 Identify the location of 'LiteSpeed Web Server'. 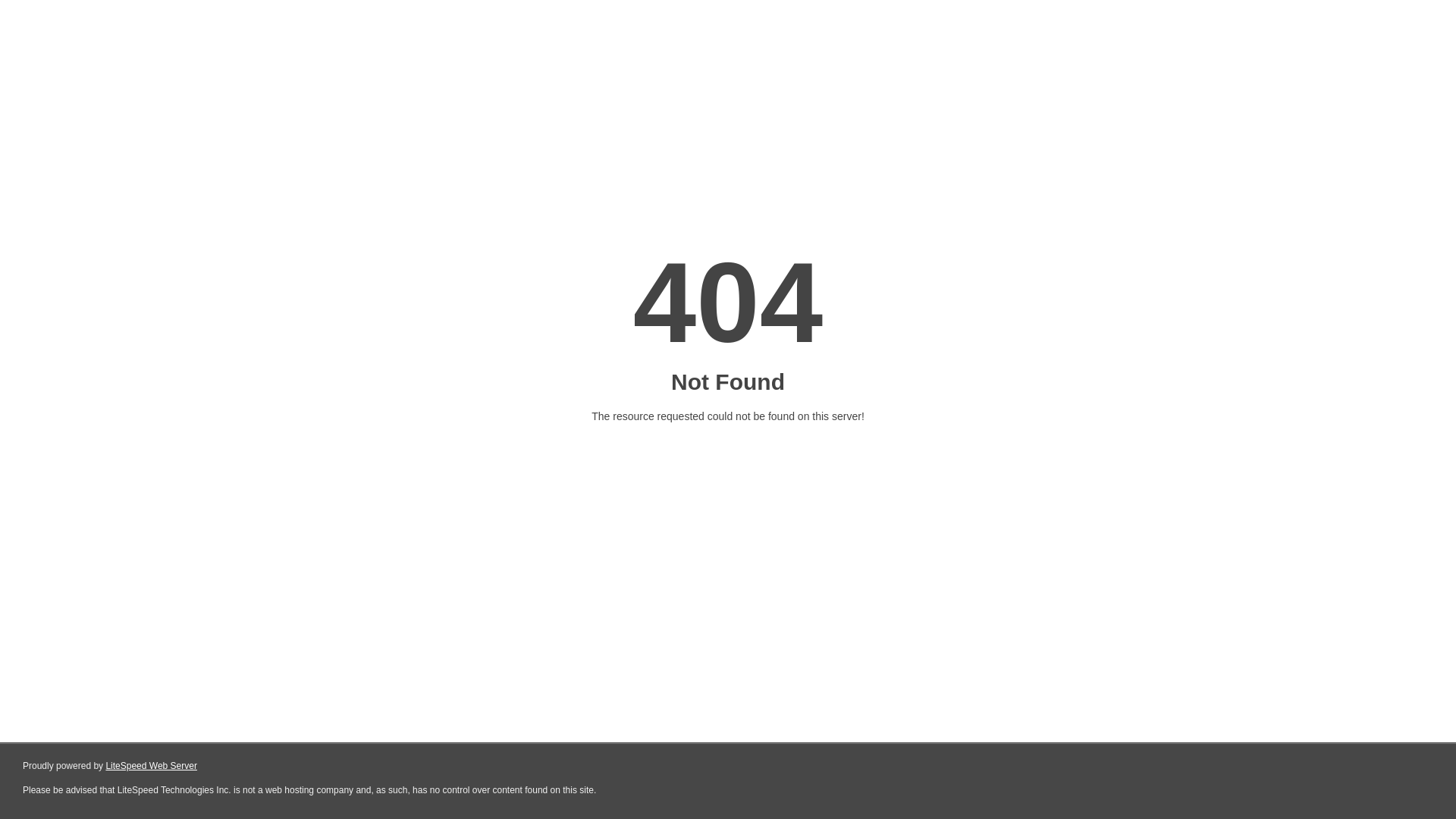
(151, 766).